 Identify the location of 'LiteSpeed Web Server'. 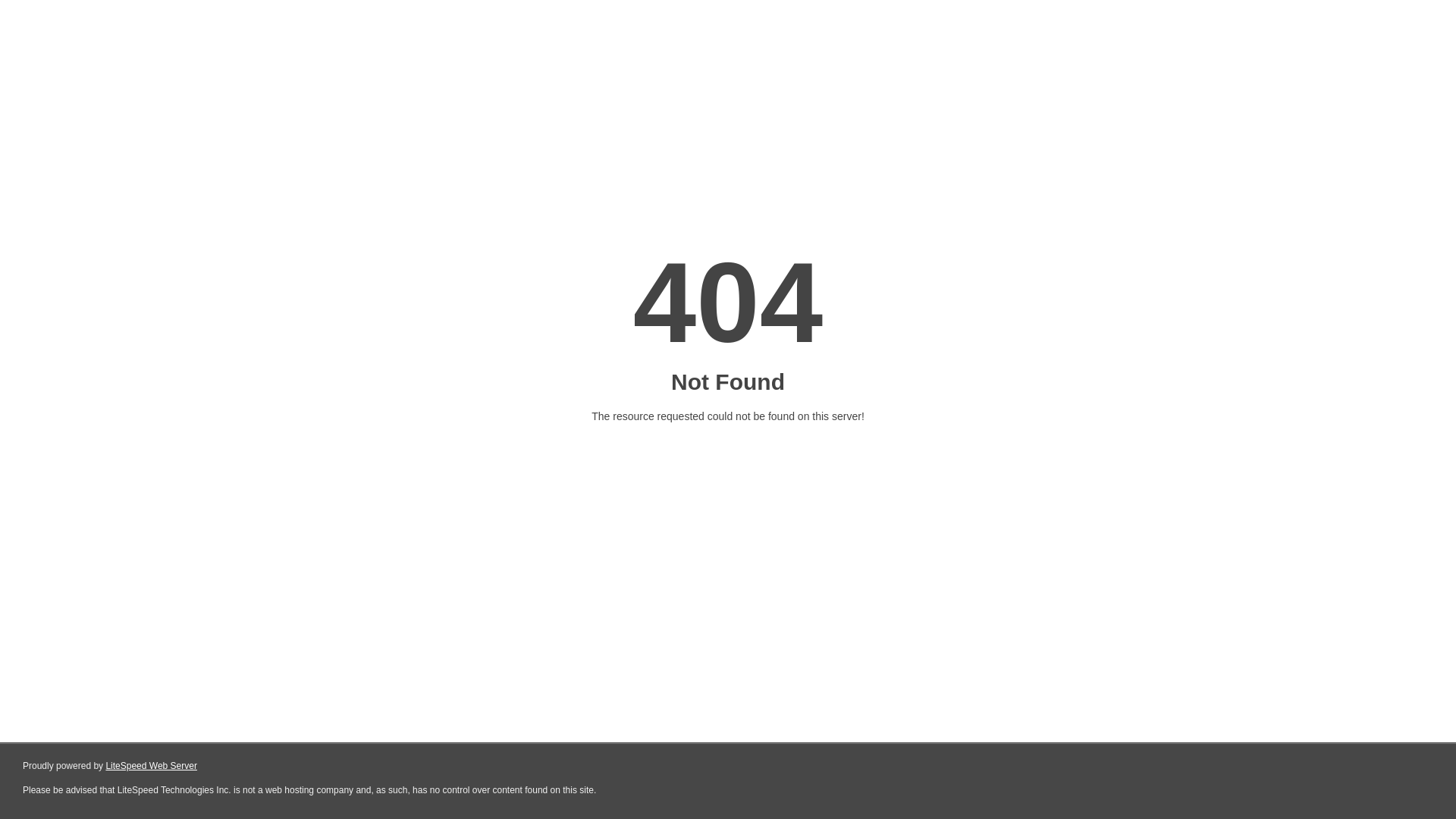
(151, 766).